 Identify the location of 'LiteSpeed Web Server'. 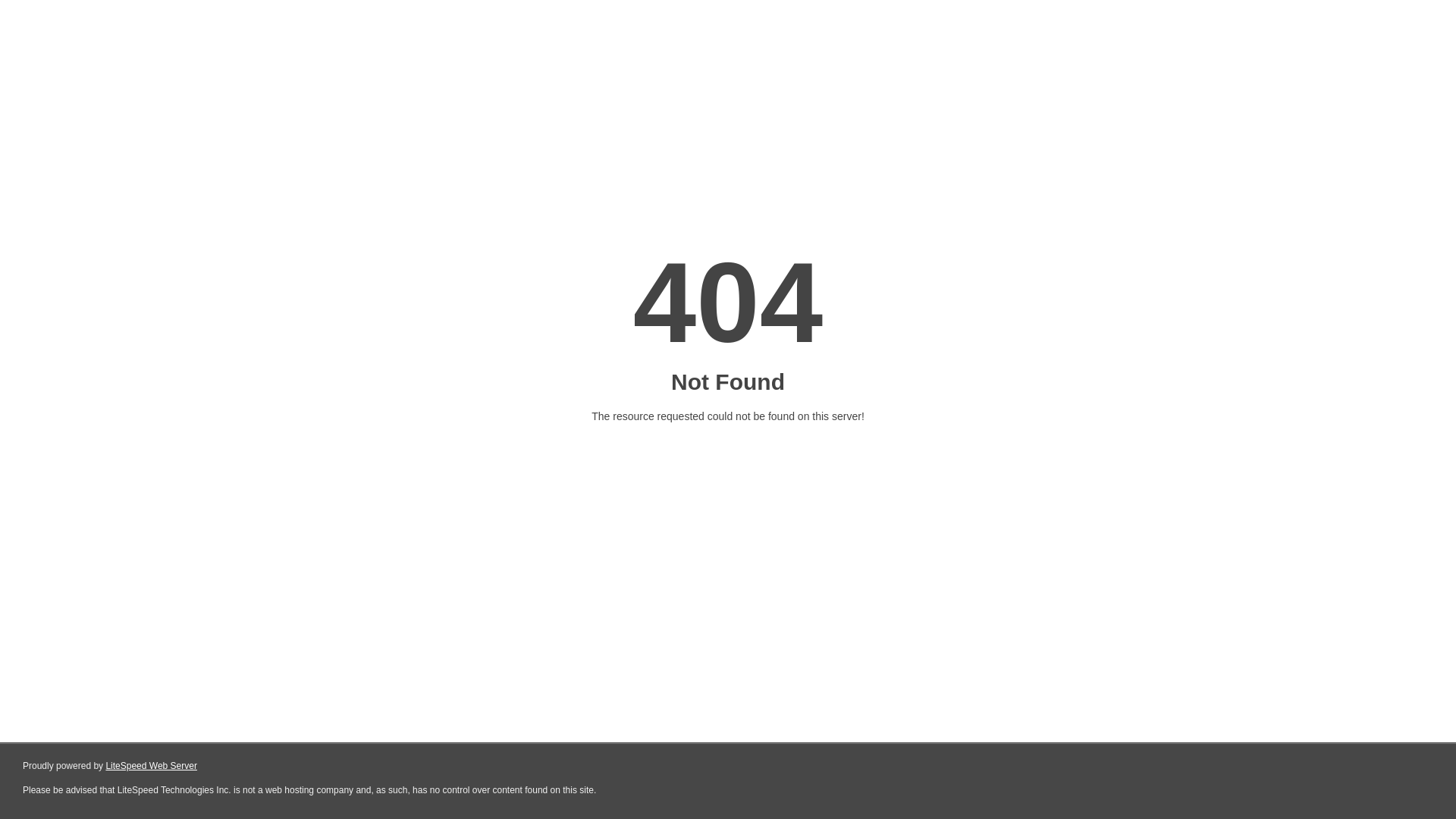
(151, 766).